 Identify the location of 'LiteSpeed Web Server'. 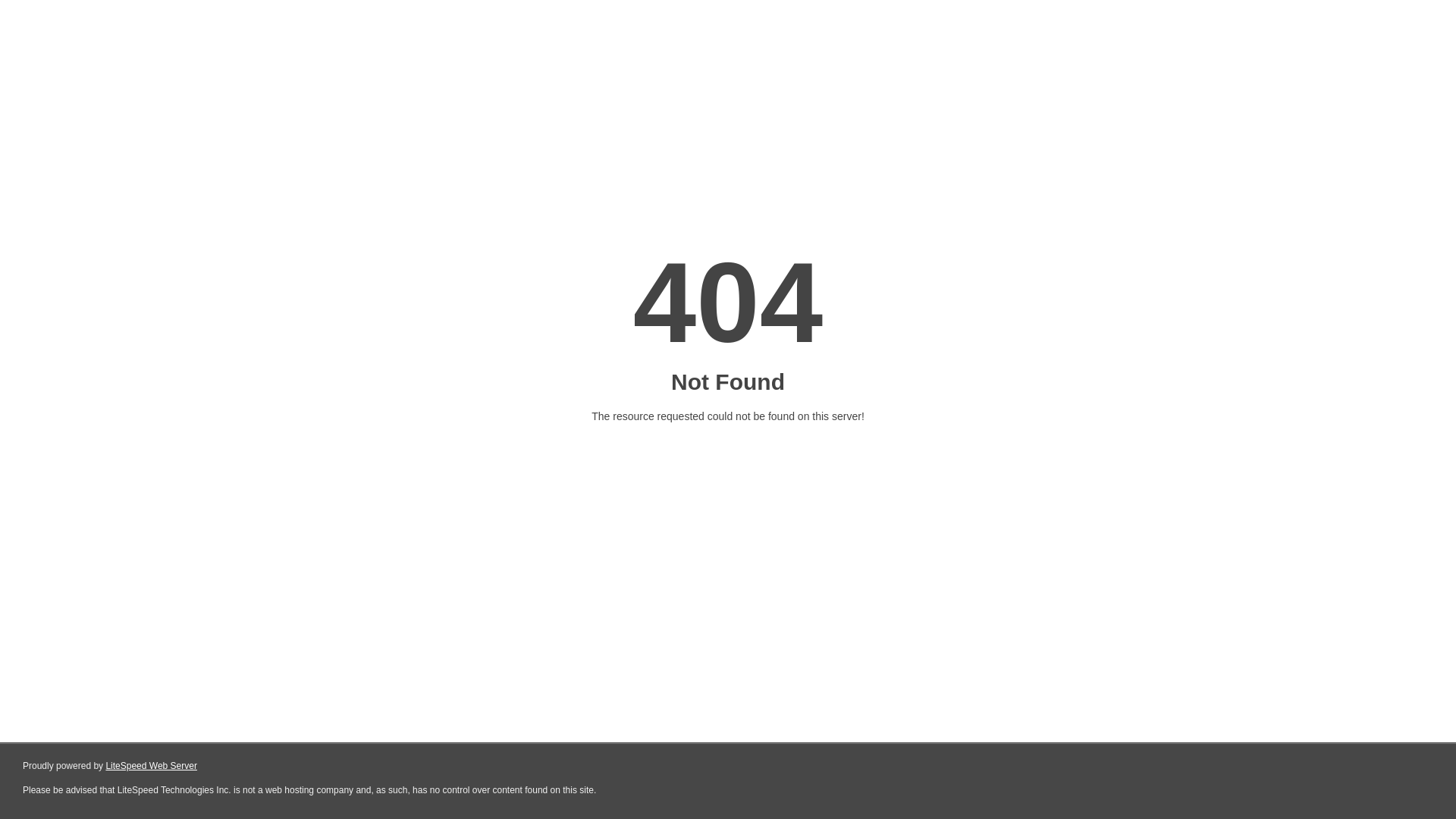
(151, 766).